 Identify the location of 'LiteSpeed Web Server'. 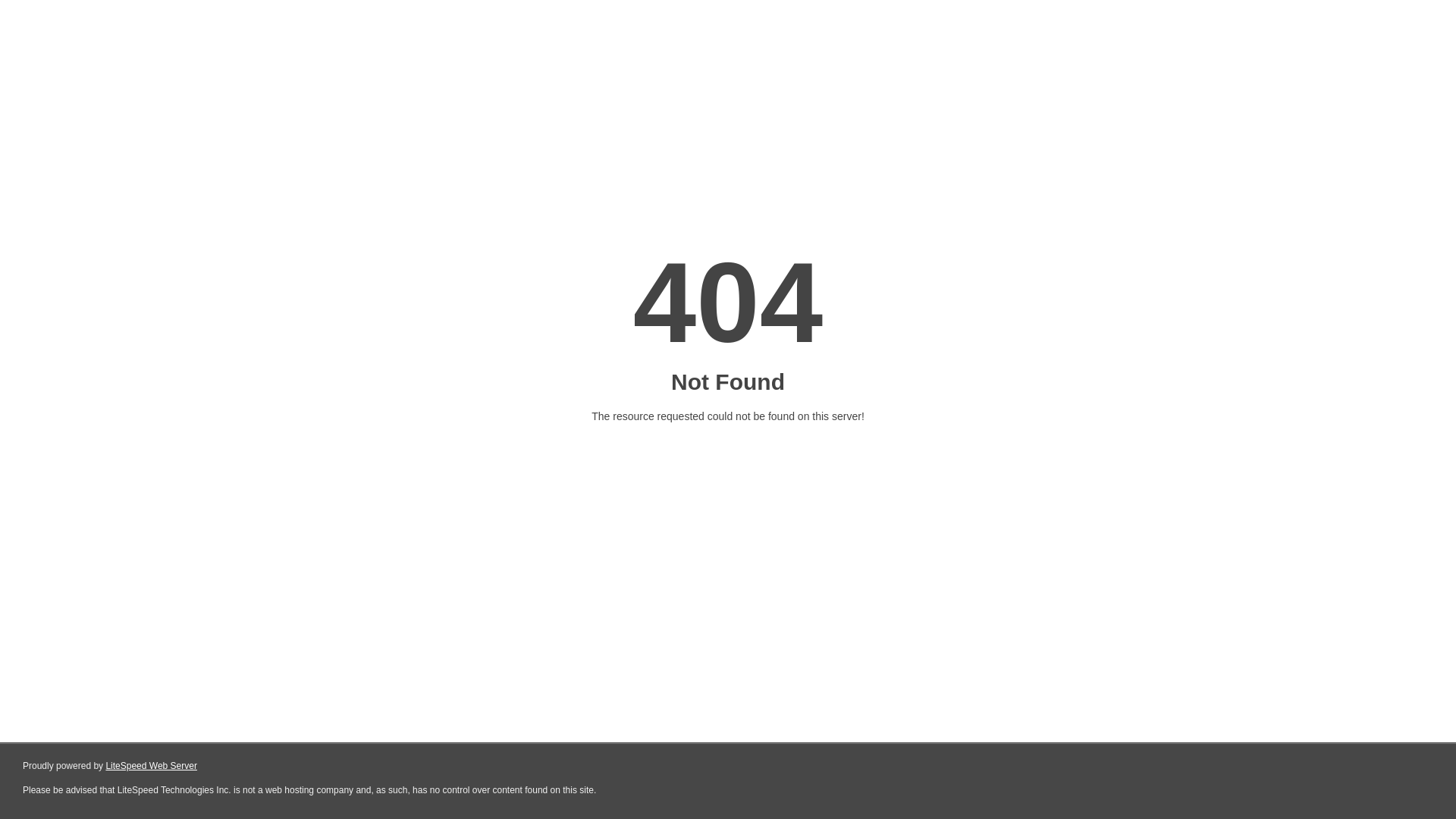
(151, 766).